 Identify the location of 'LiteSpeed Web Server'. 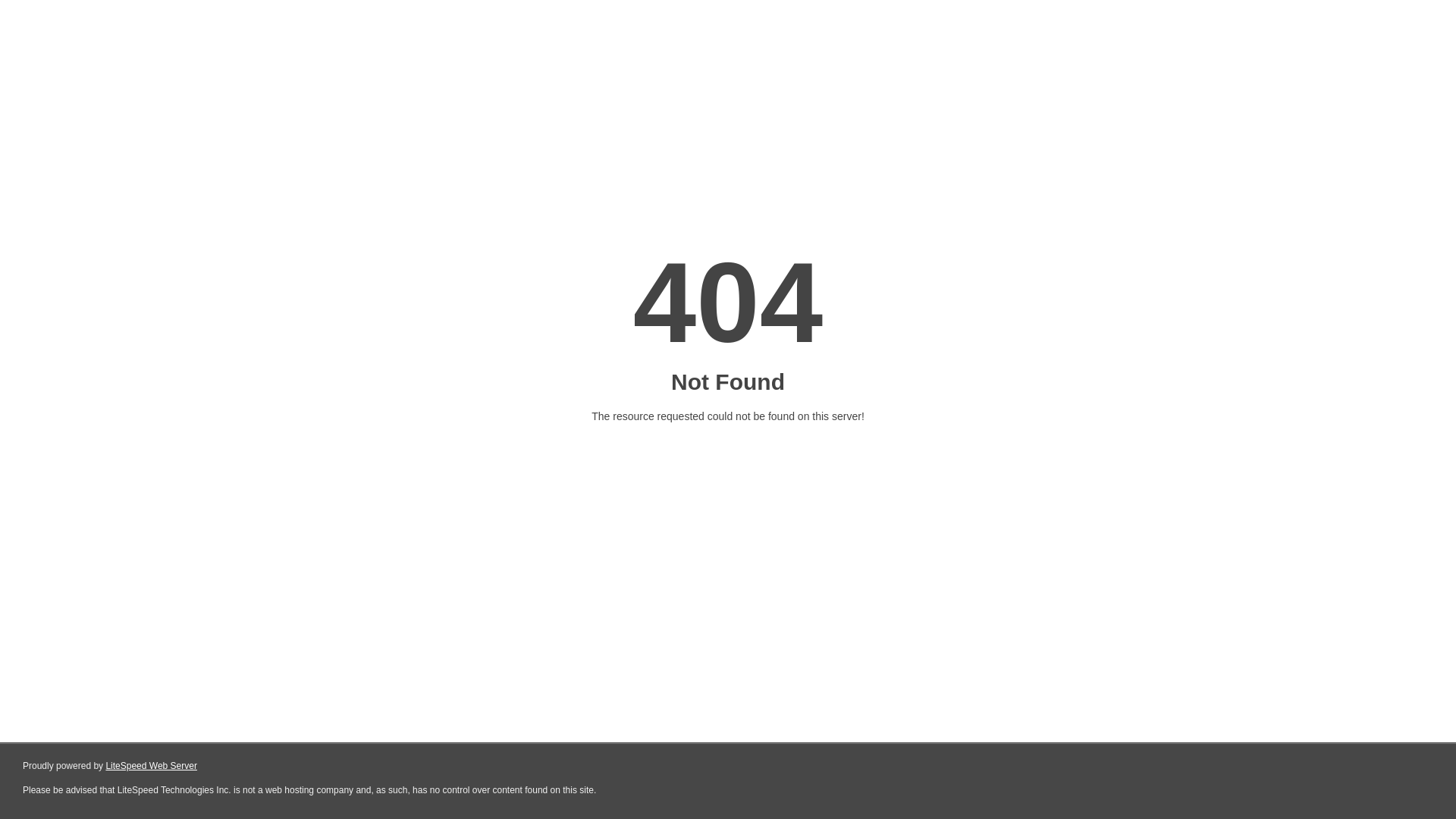
(151, 766).